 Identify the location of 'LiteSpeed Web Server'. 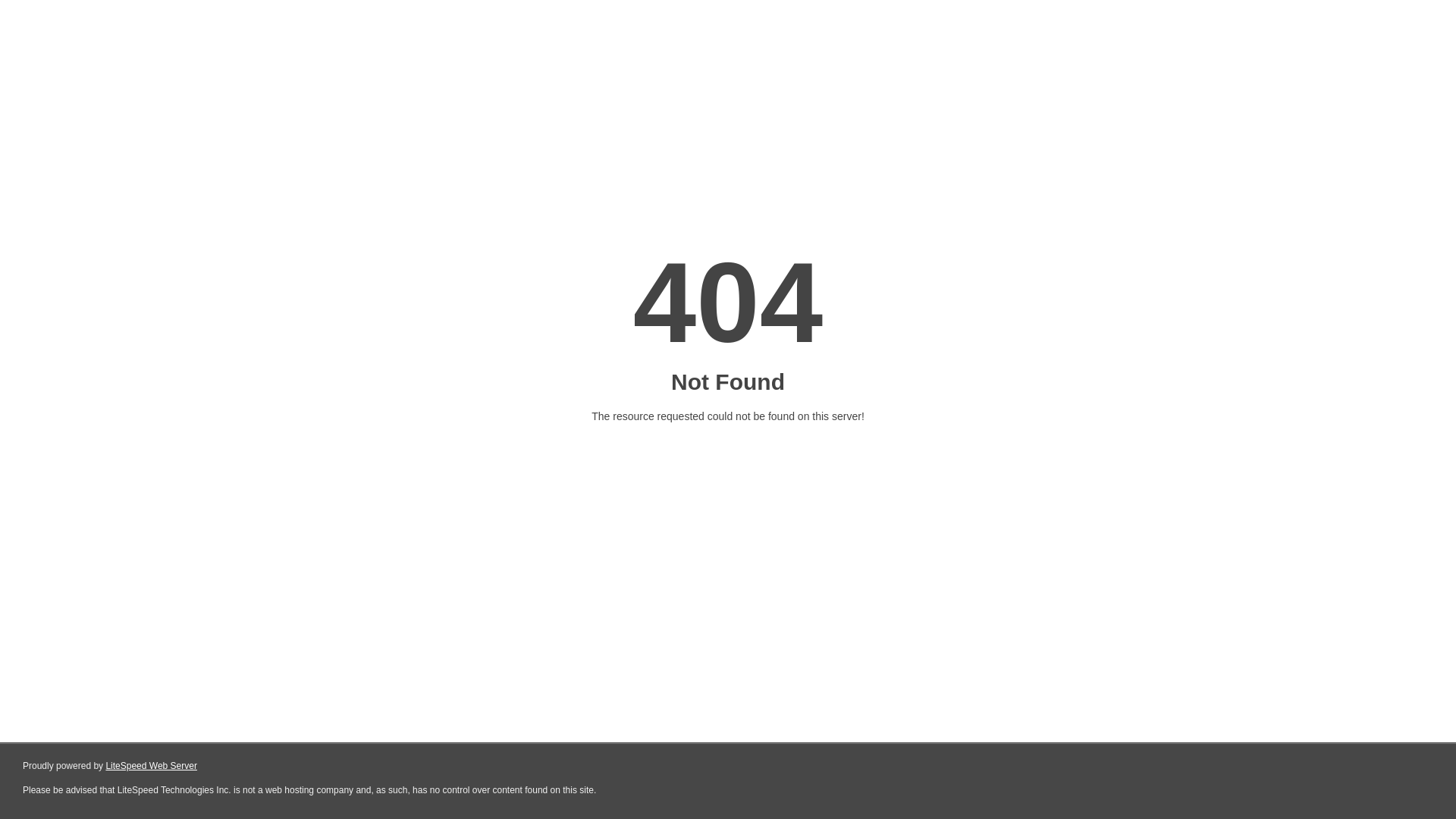
(151, 766).